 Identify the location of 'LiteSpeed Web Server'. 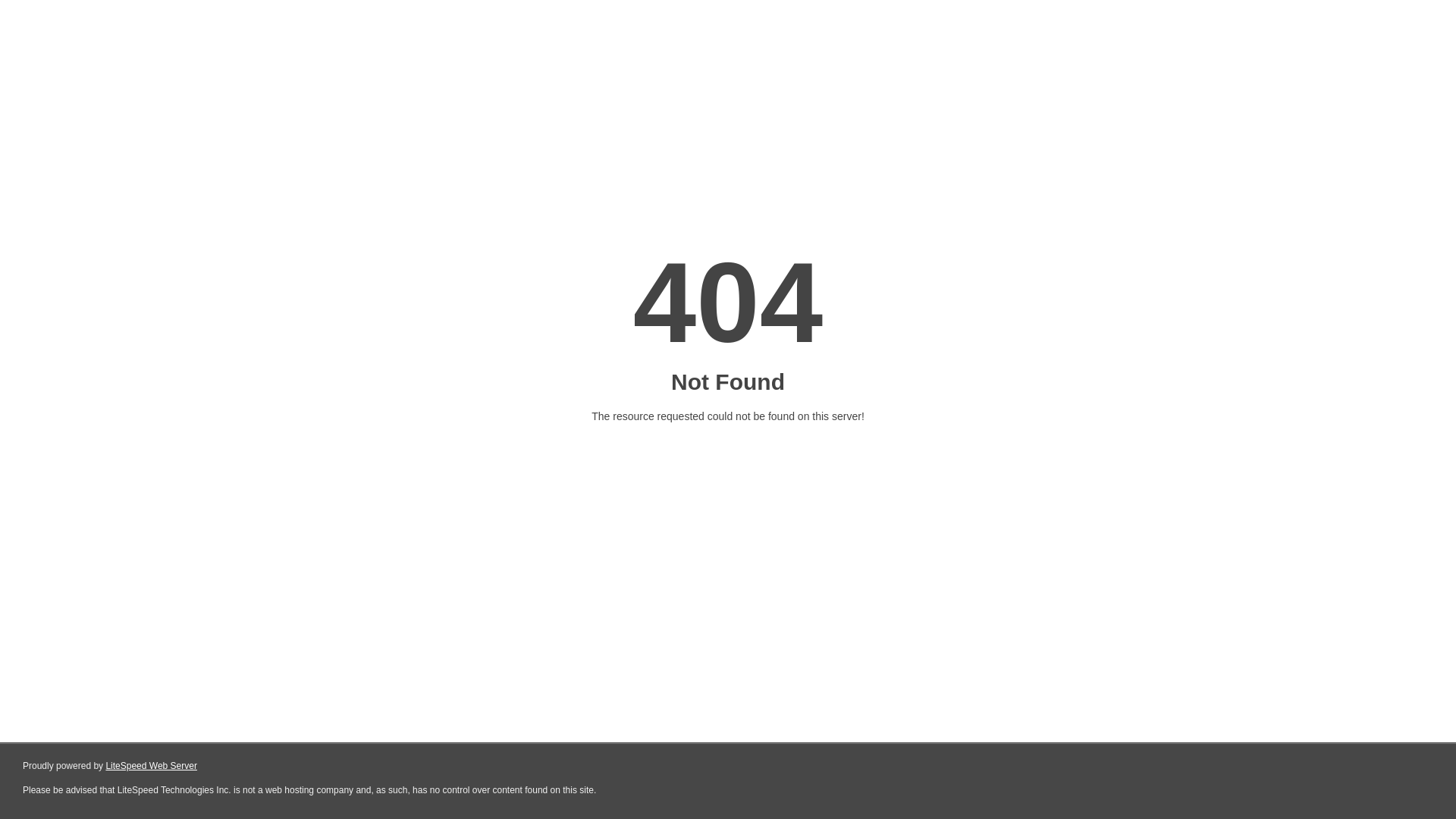
(151, 766).